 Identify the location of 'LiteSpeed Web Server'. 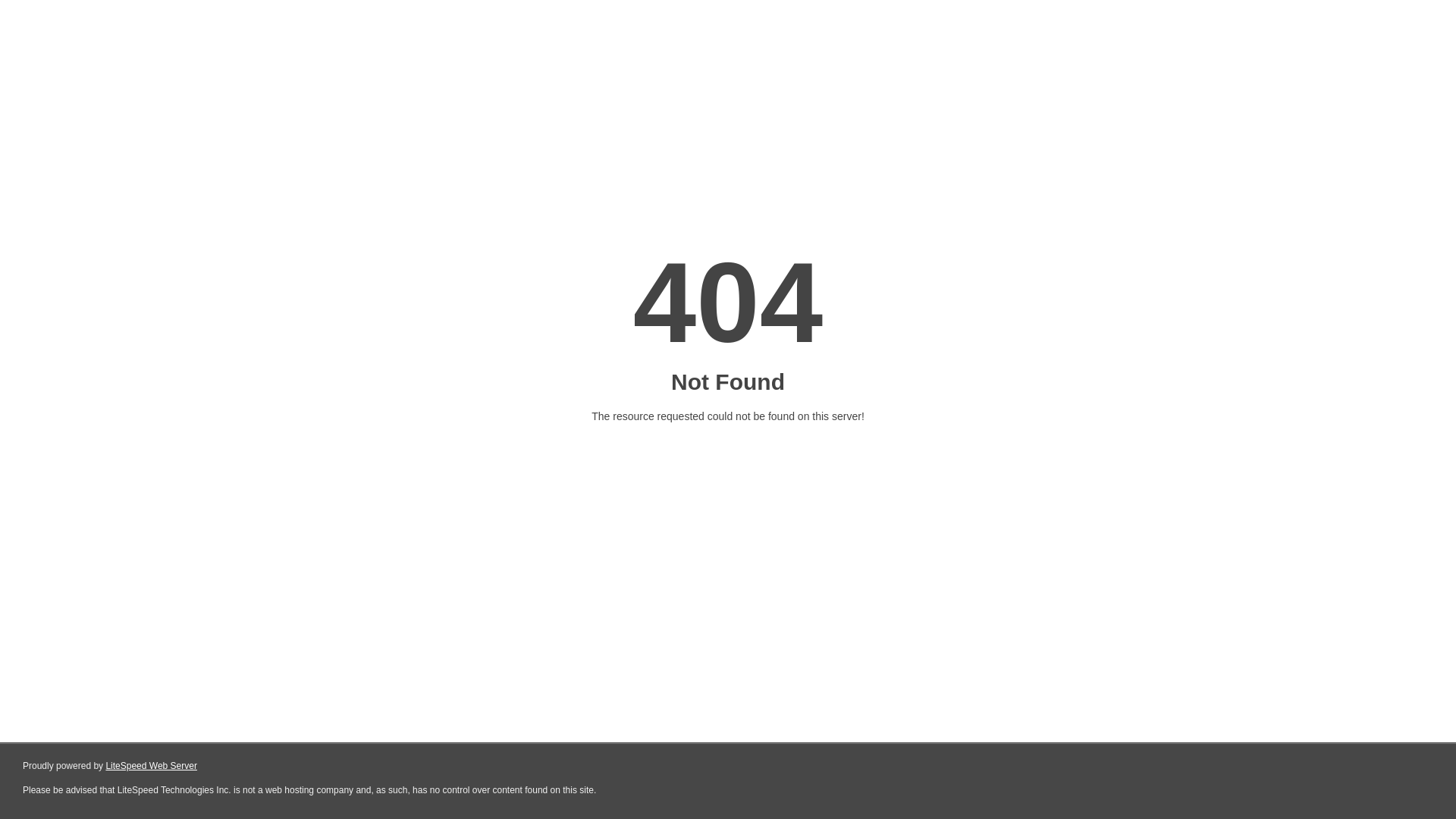
(151, 766).